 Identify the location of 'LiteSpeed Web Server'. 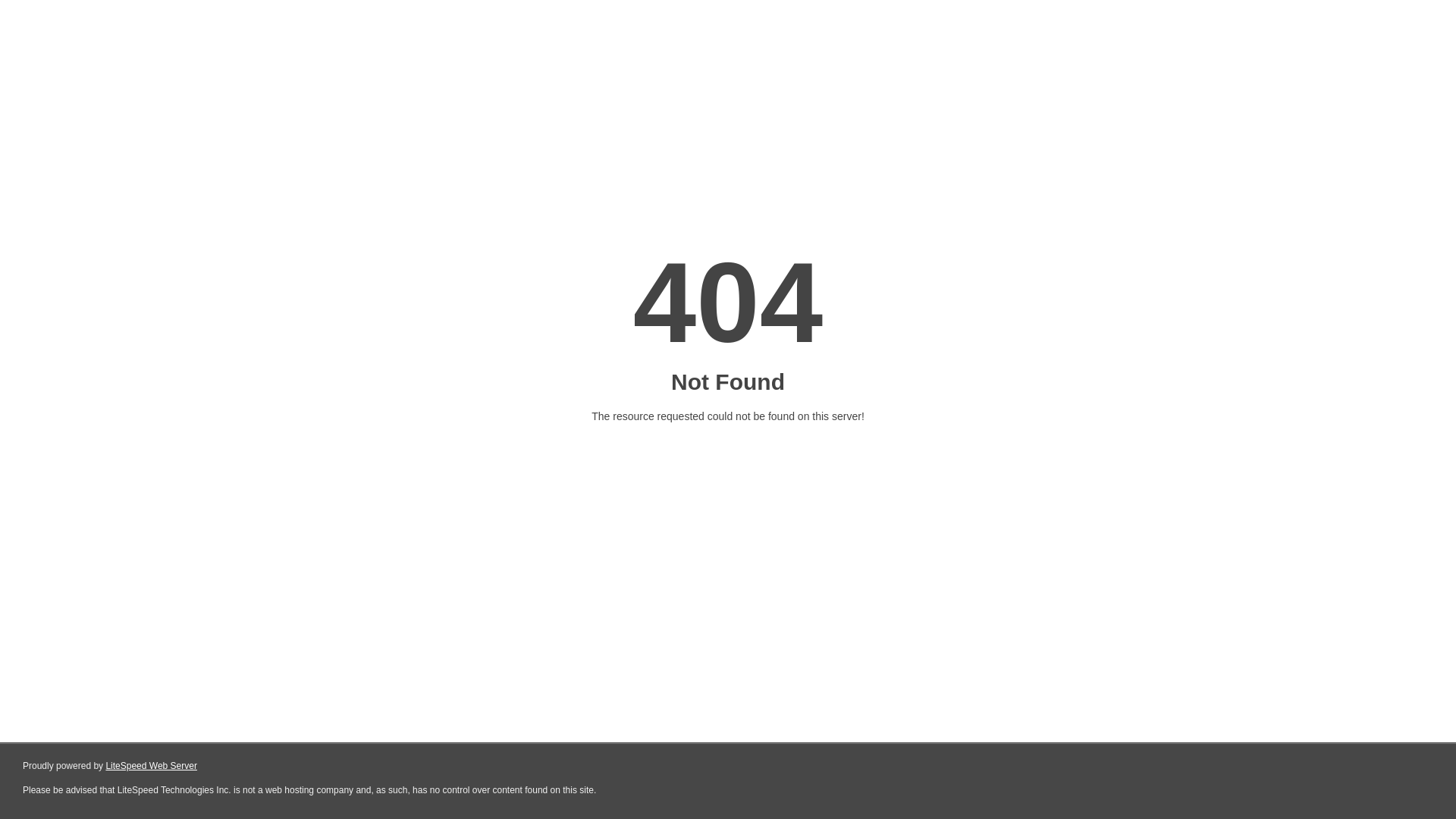
(151, 766).